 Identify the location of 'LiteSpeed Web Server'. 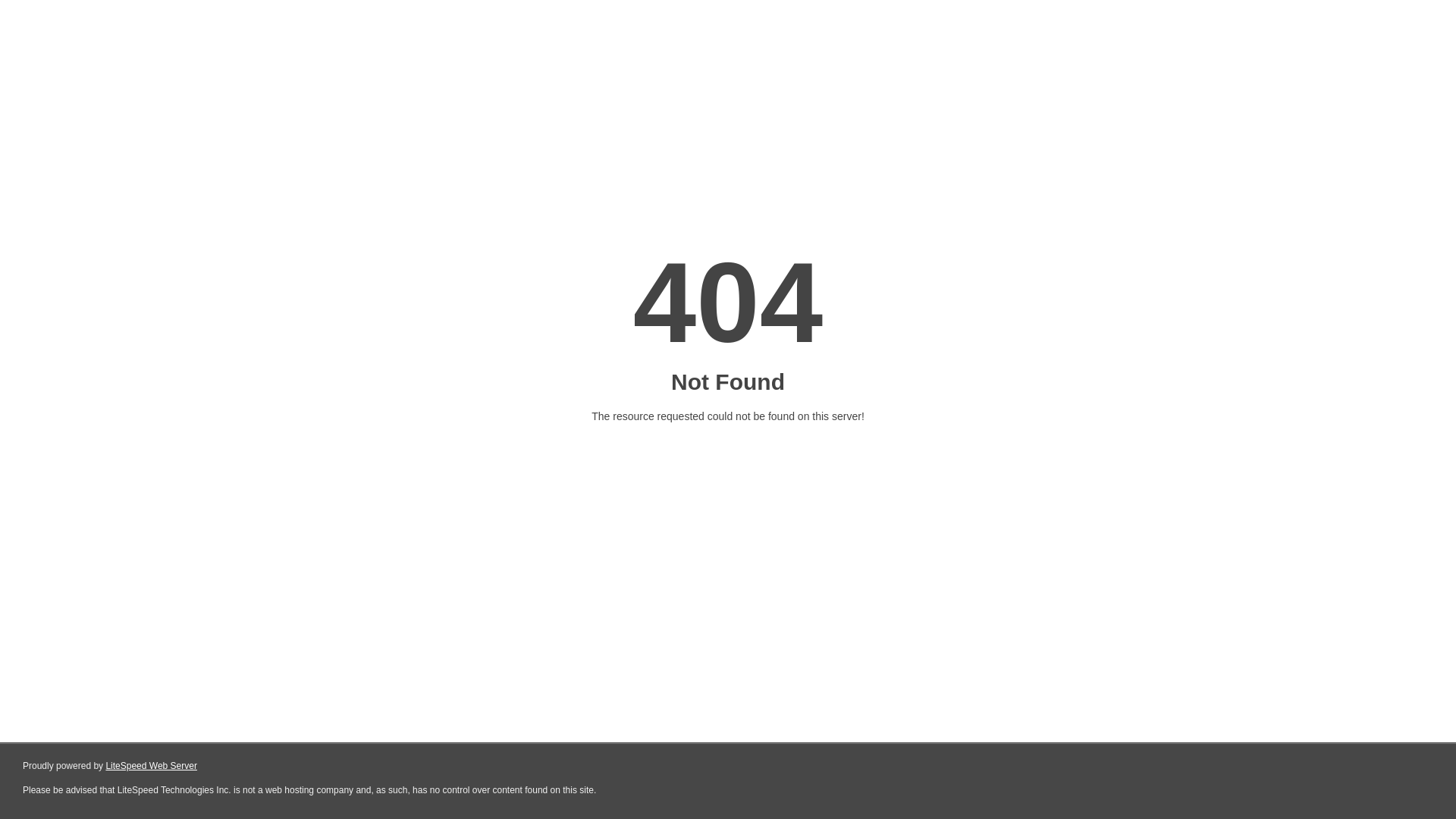
(151, 766).